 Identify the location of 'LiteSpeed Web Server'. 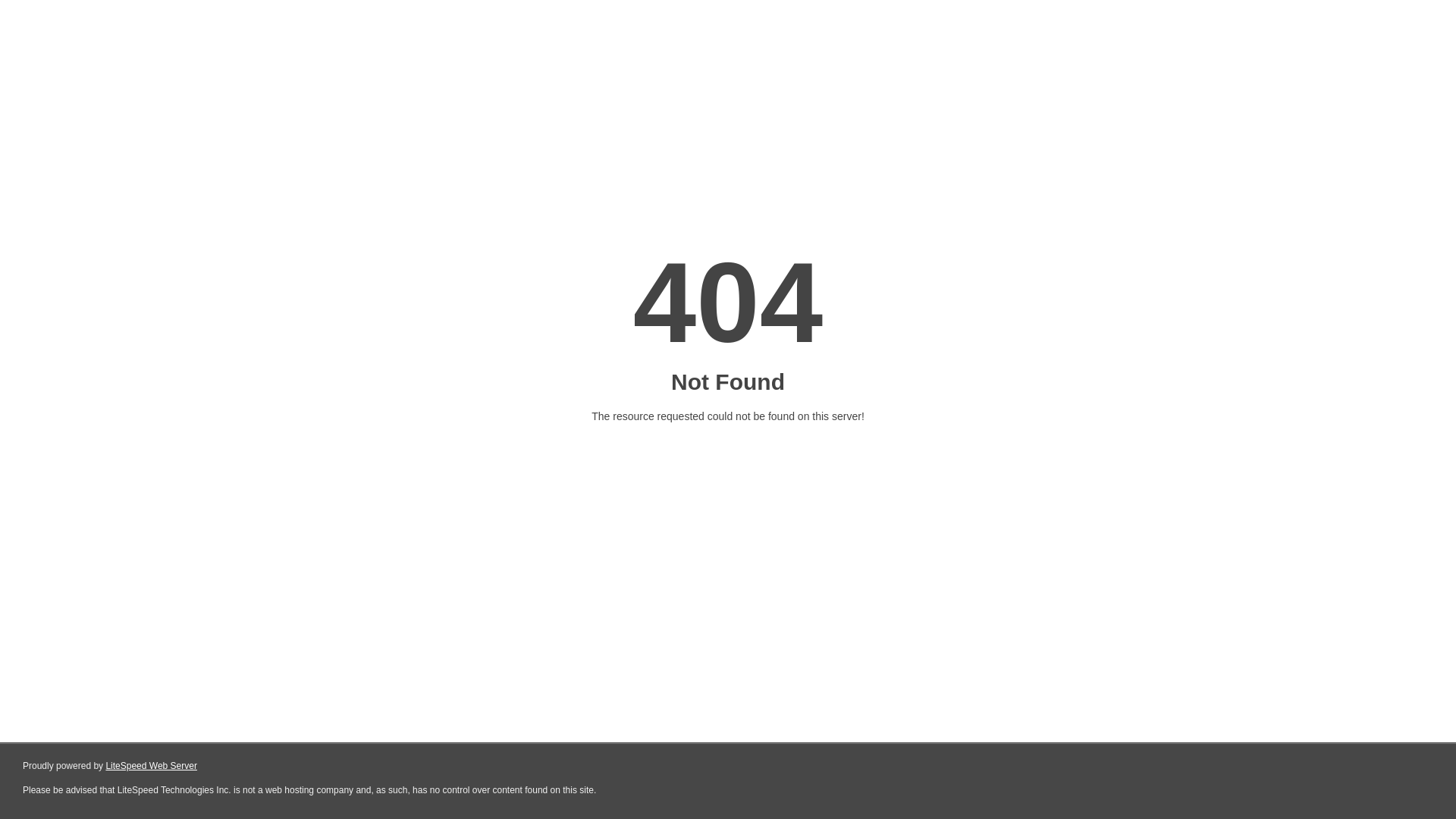
(151, 766).